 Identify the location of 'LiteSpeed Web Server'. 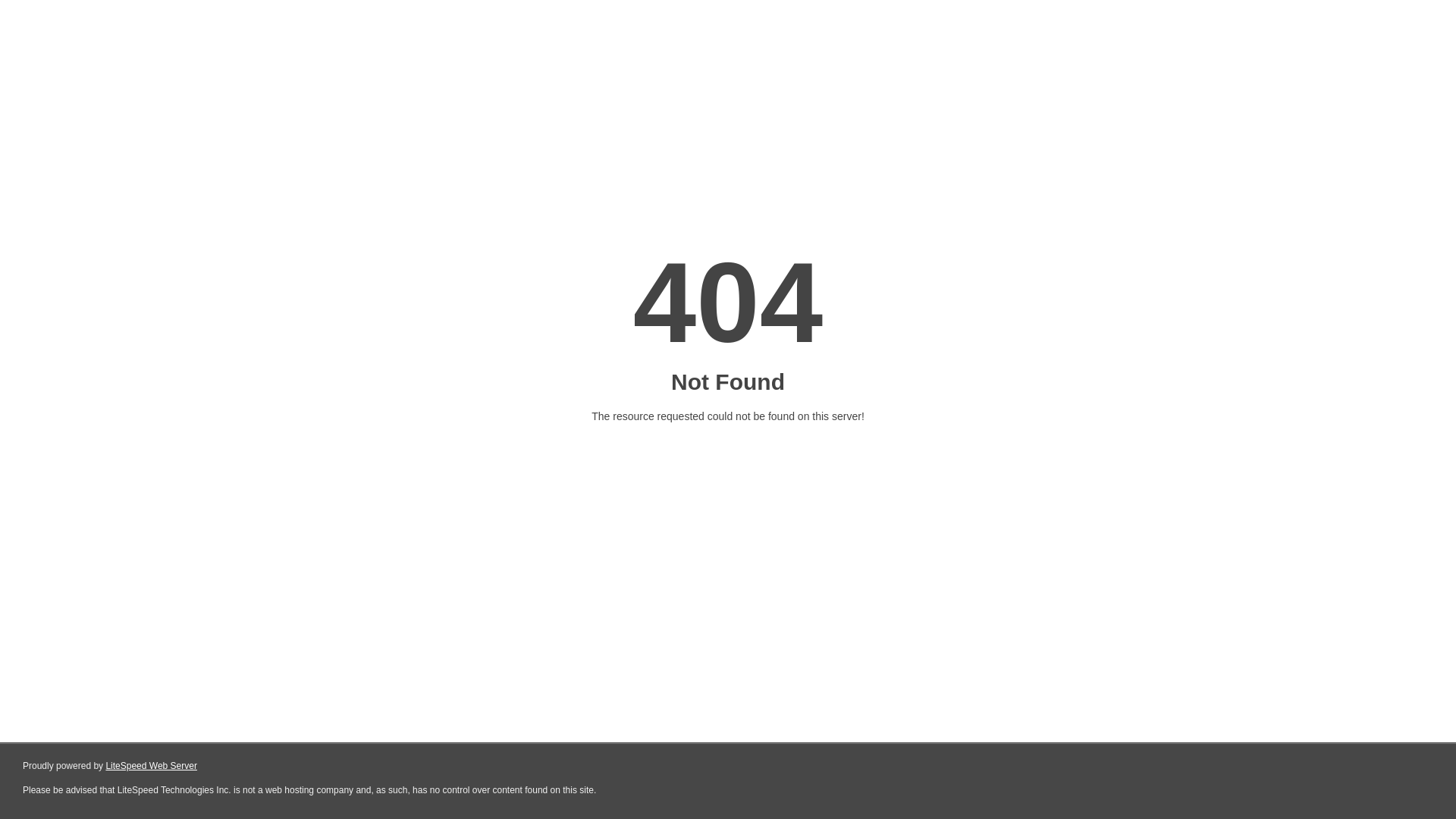
(151, 766).